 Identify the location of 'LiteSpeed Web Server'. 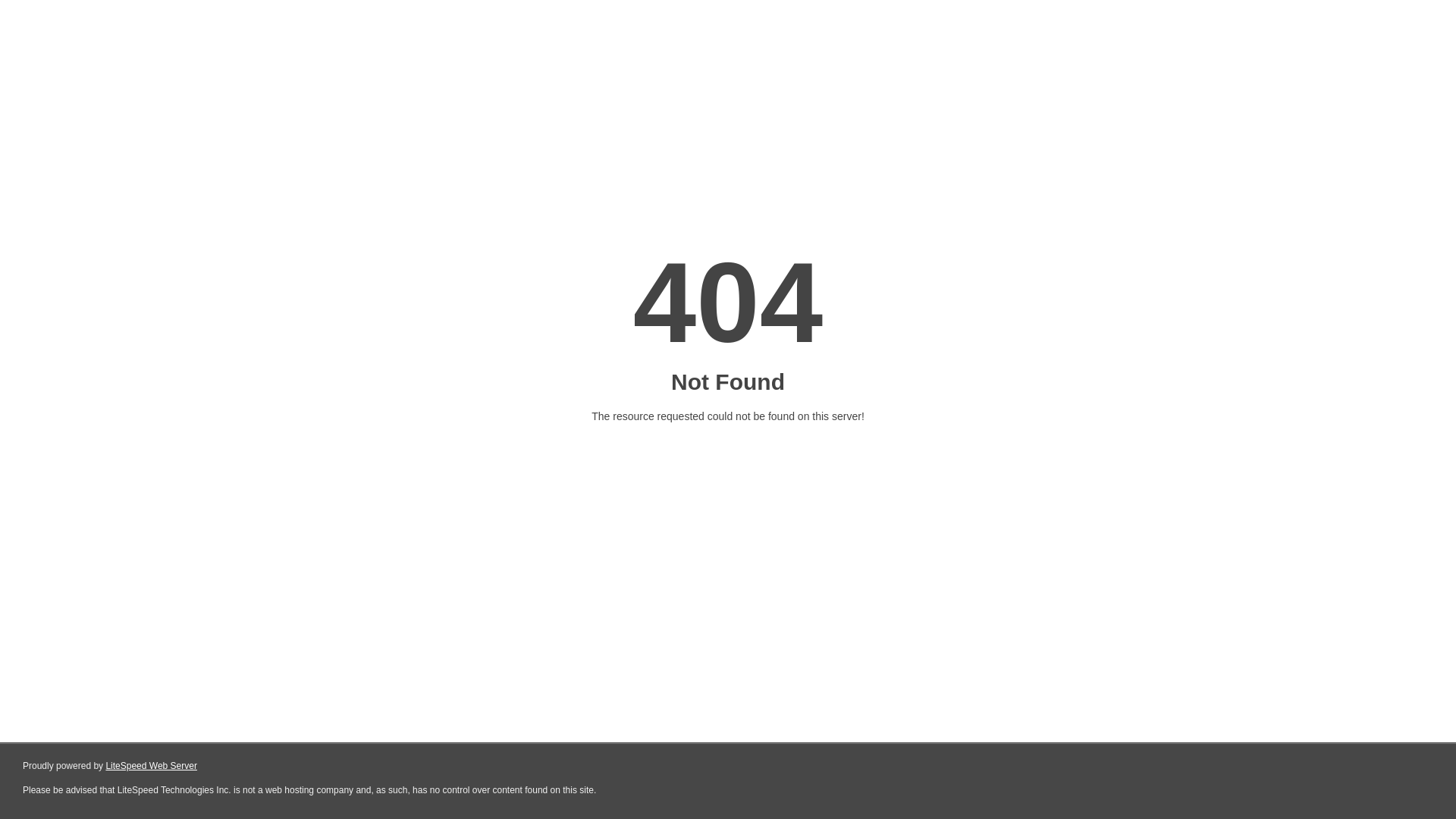
(151, 766).